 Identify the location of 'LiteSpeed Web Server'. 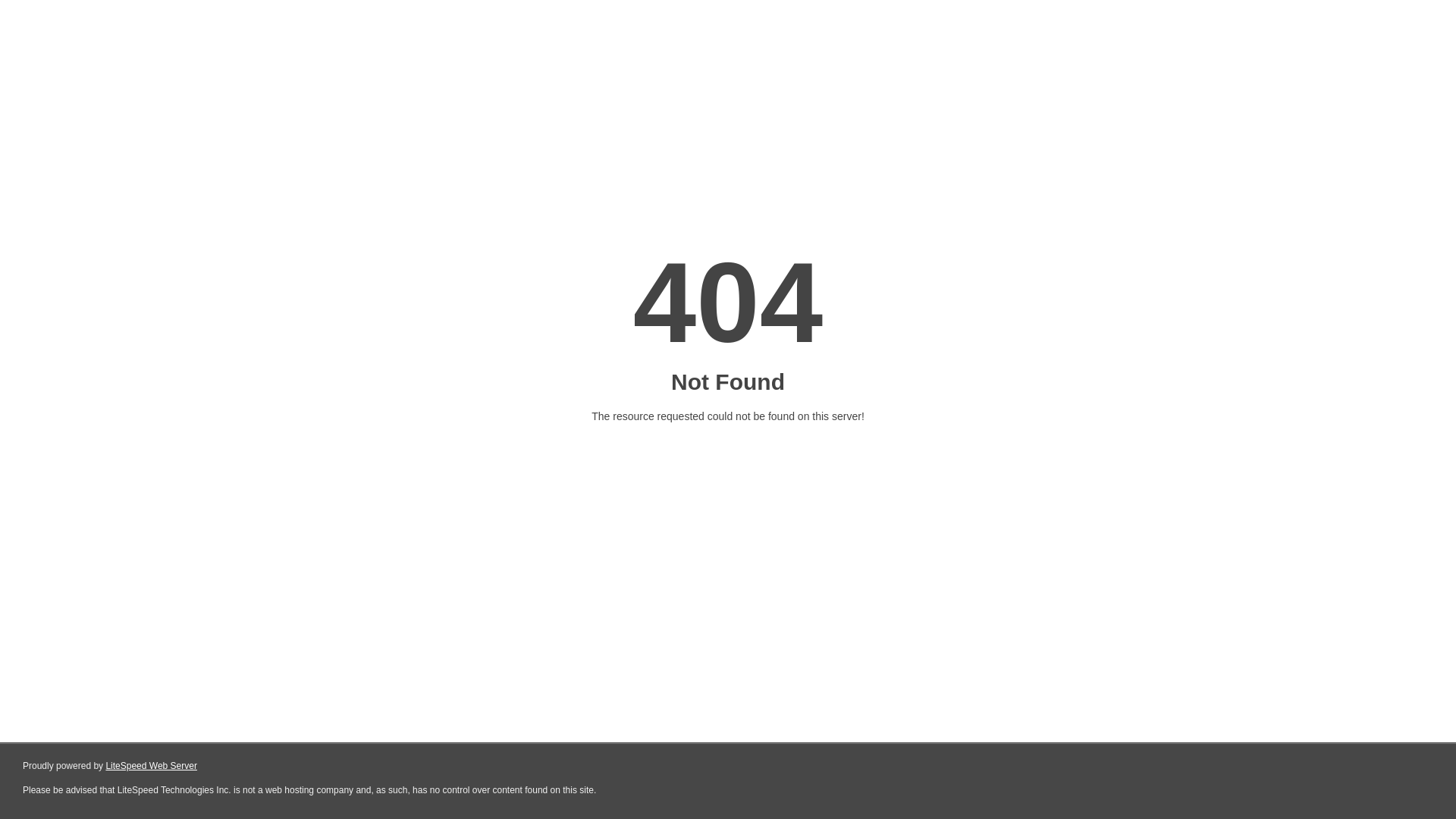
(151, 766).